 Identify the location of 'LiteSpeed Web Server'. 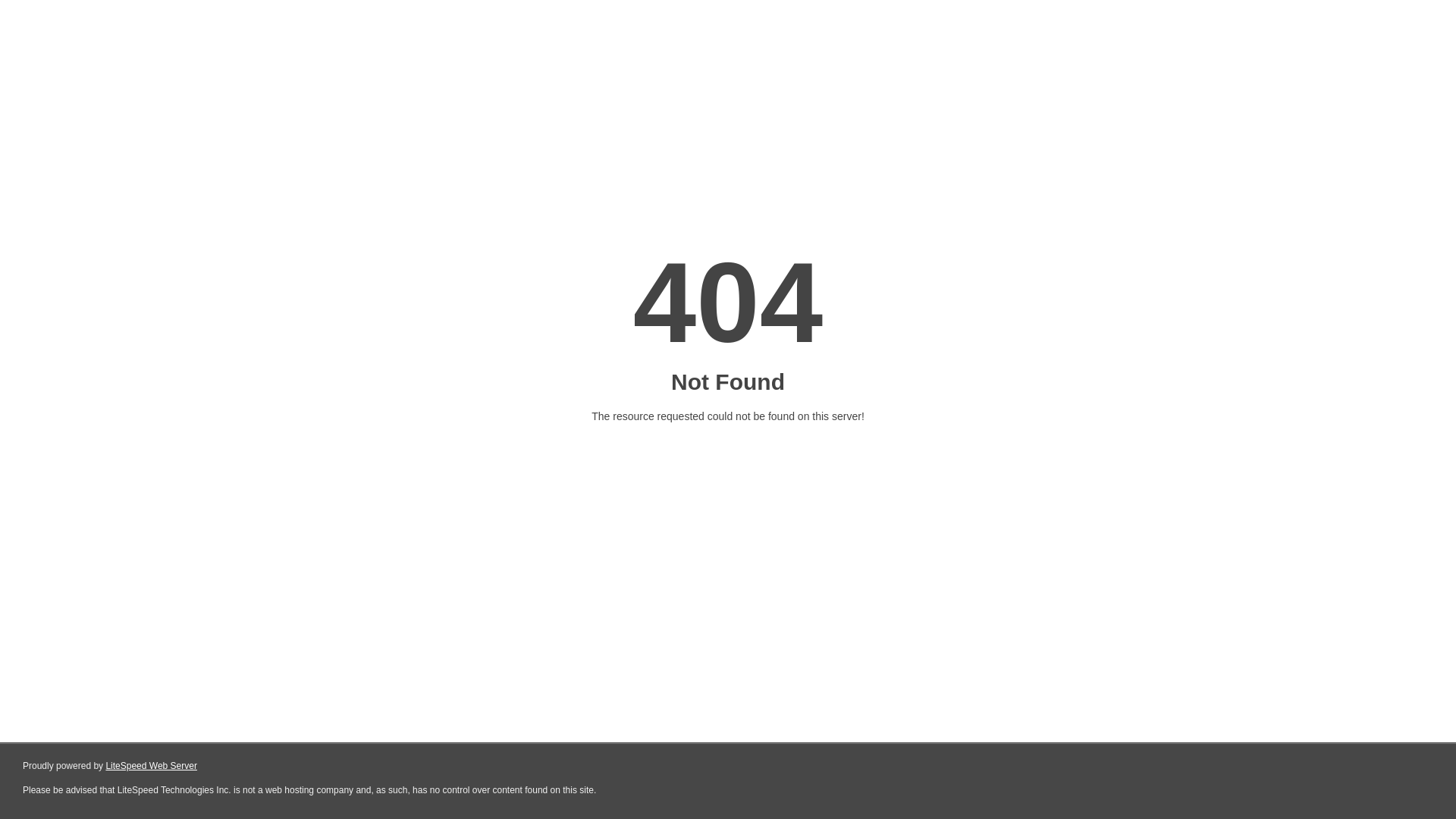
(151, 766).